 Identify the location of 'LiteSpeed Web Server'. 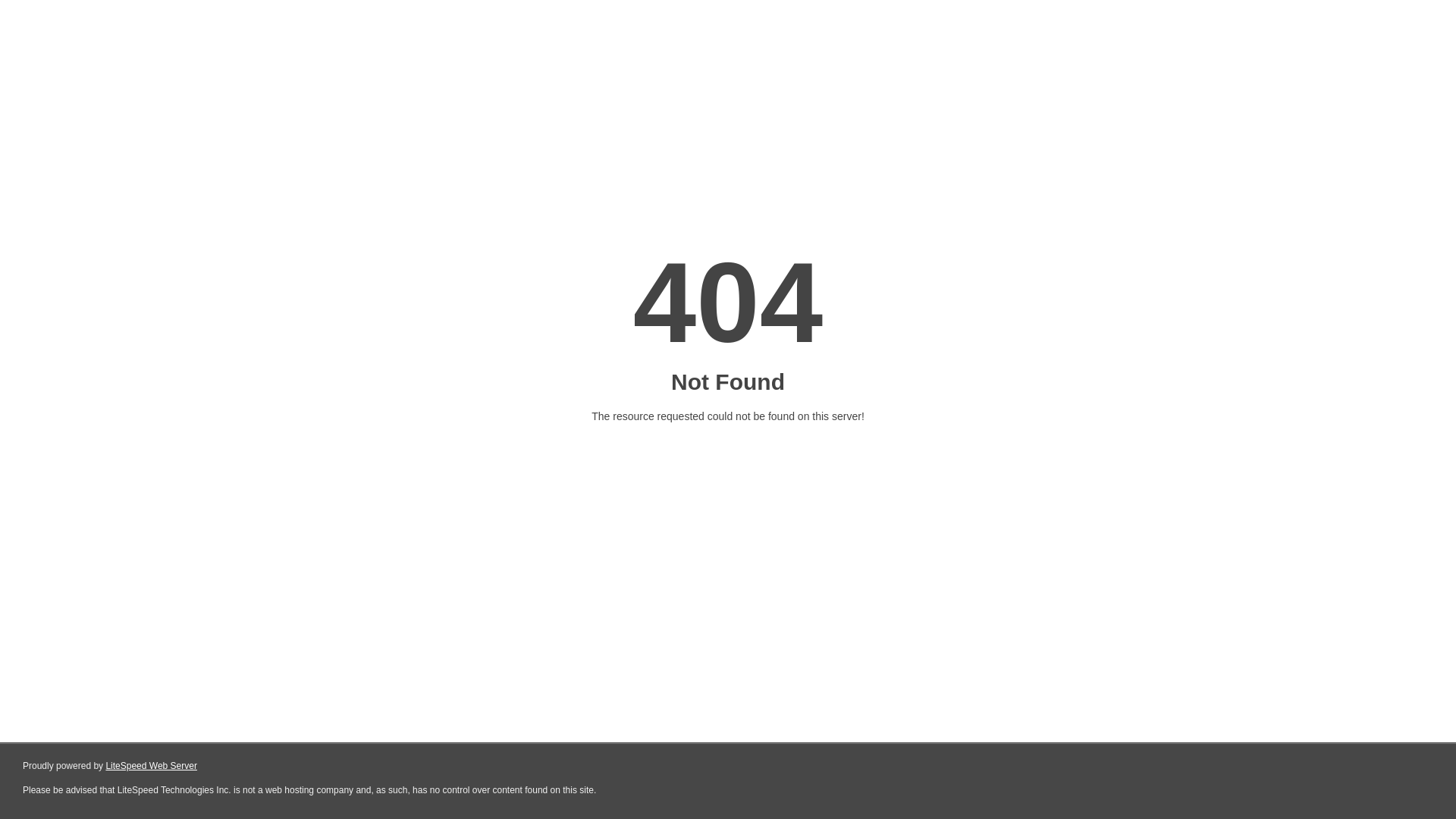
(151, 766).